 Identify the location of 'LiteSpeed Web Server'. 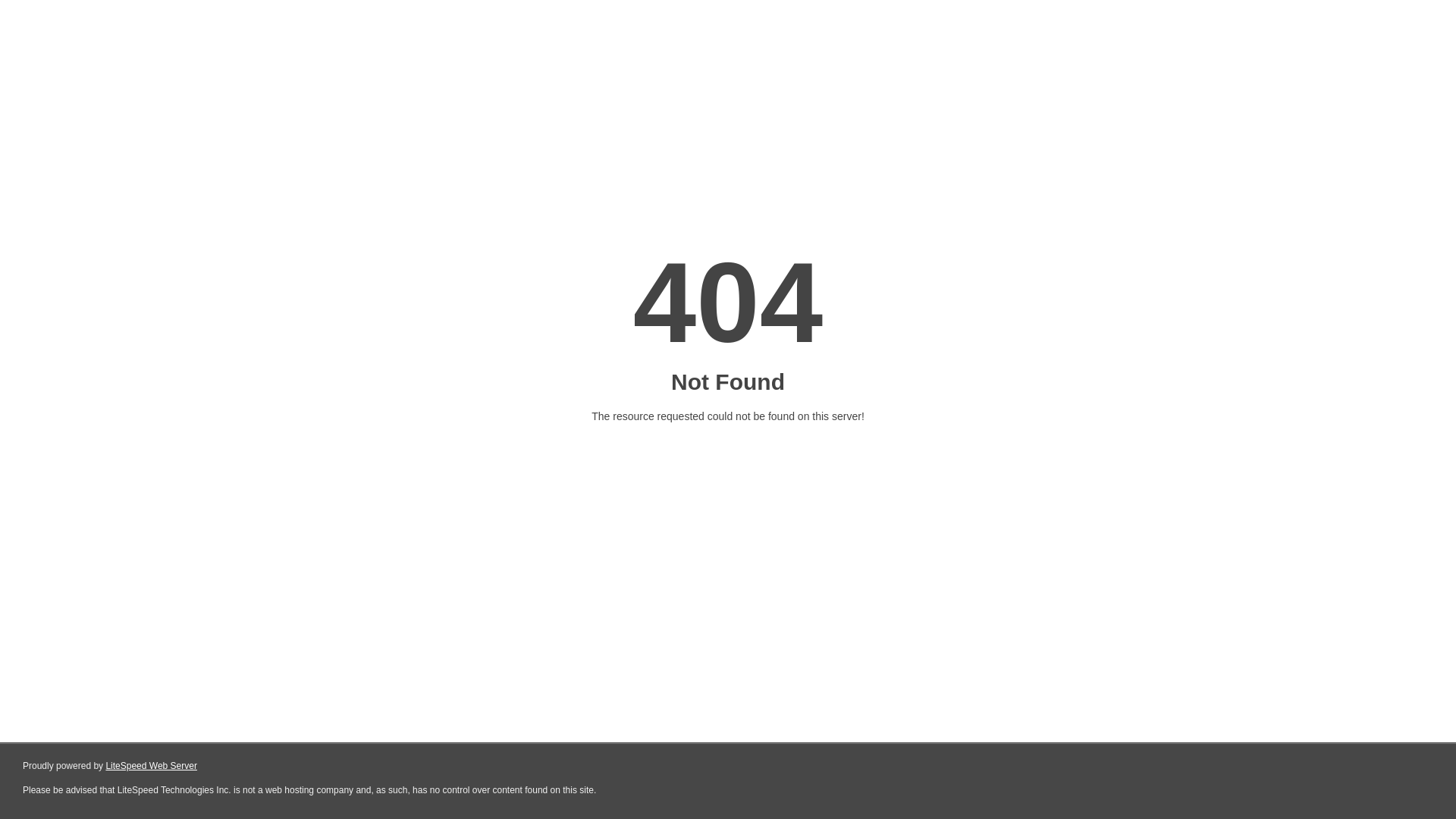
(151, 766).